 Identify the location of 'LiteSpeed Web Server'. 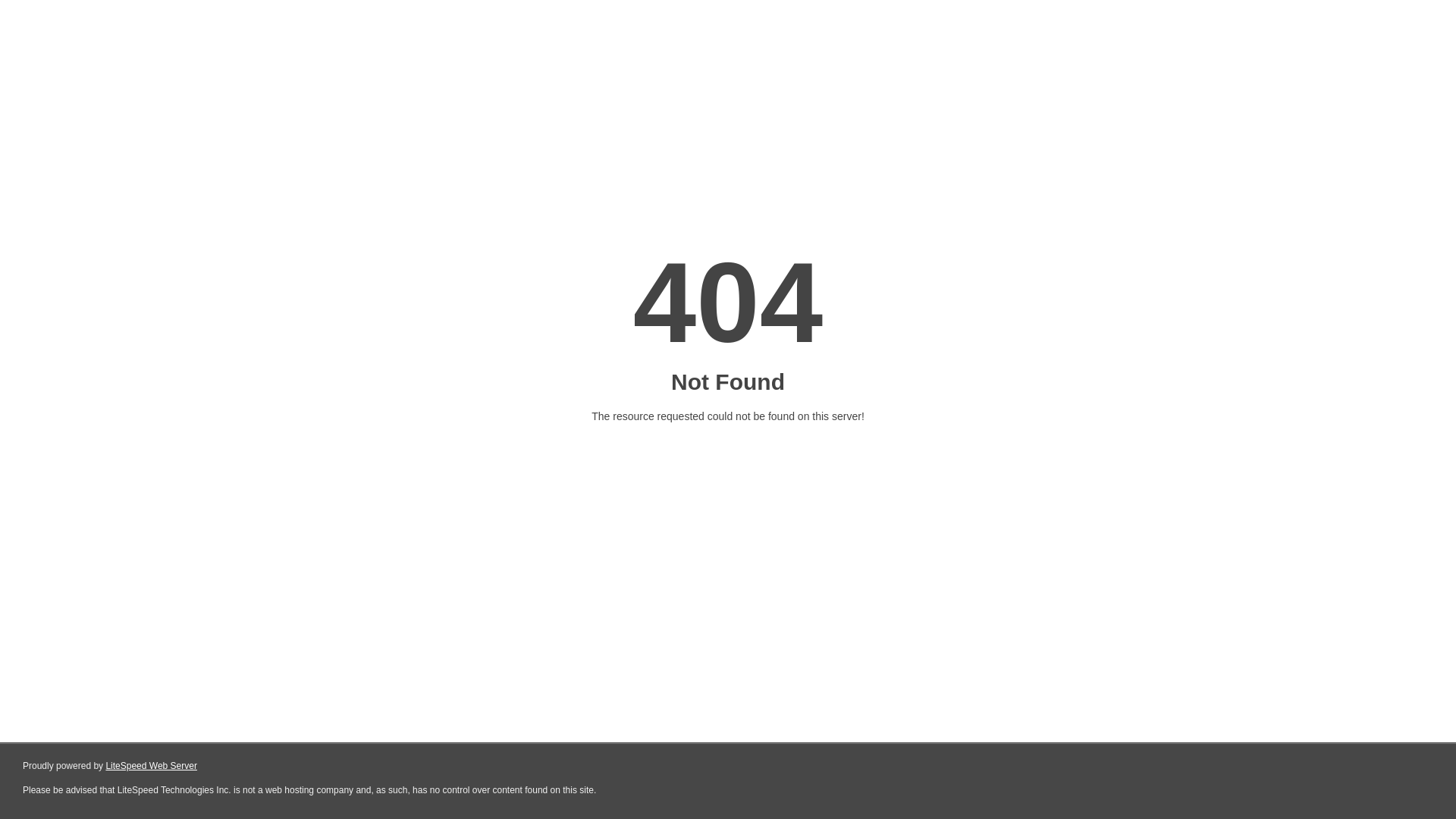
(151, 766).